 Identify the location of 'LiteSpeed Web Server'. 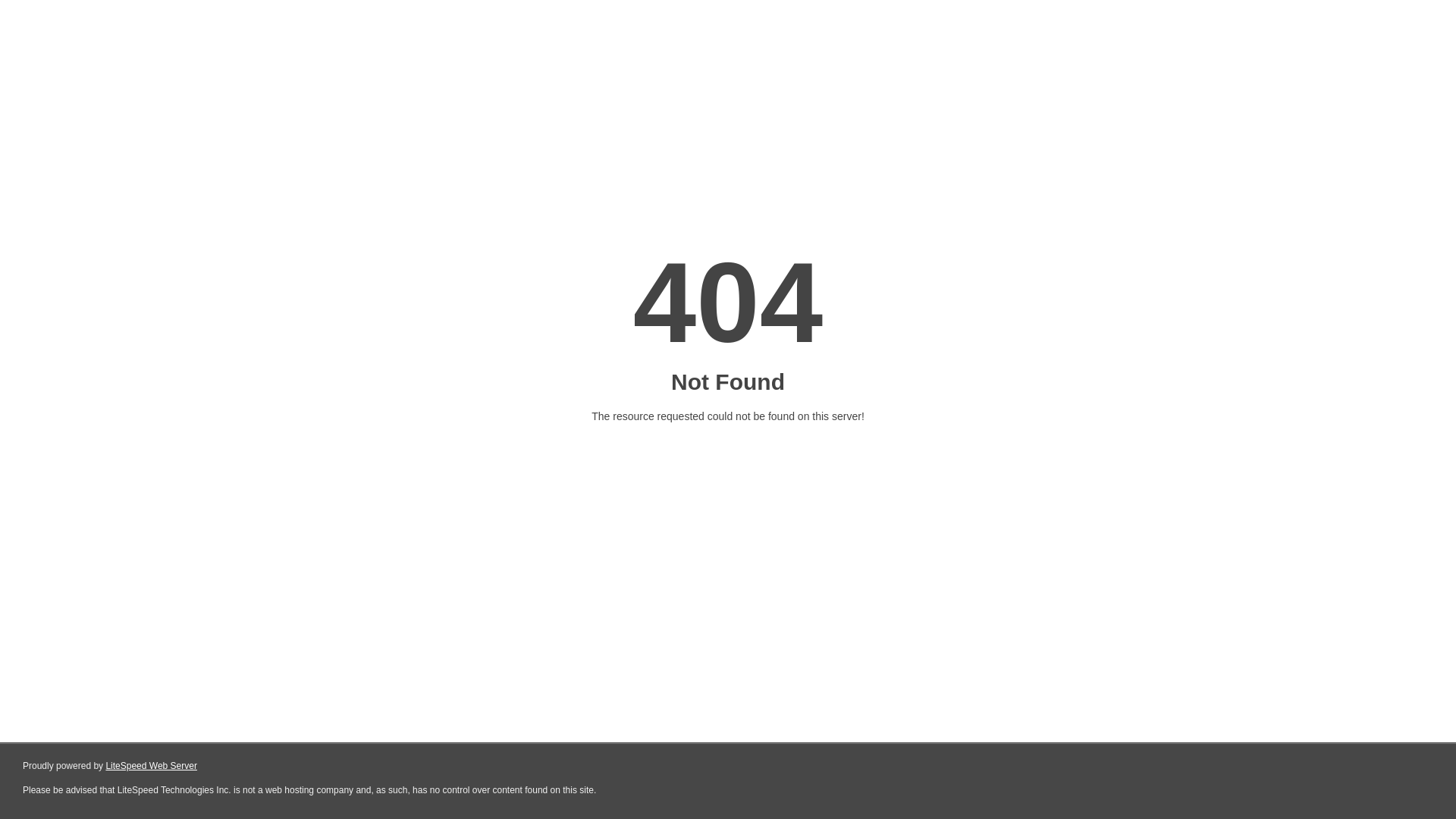
(151, 766).